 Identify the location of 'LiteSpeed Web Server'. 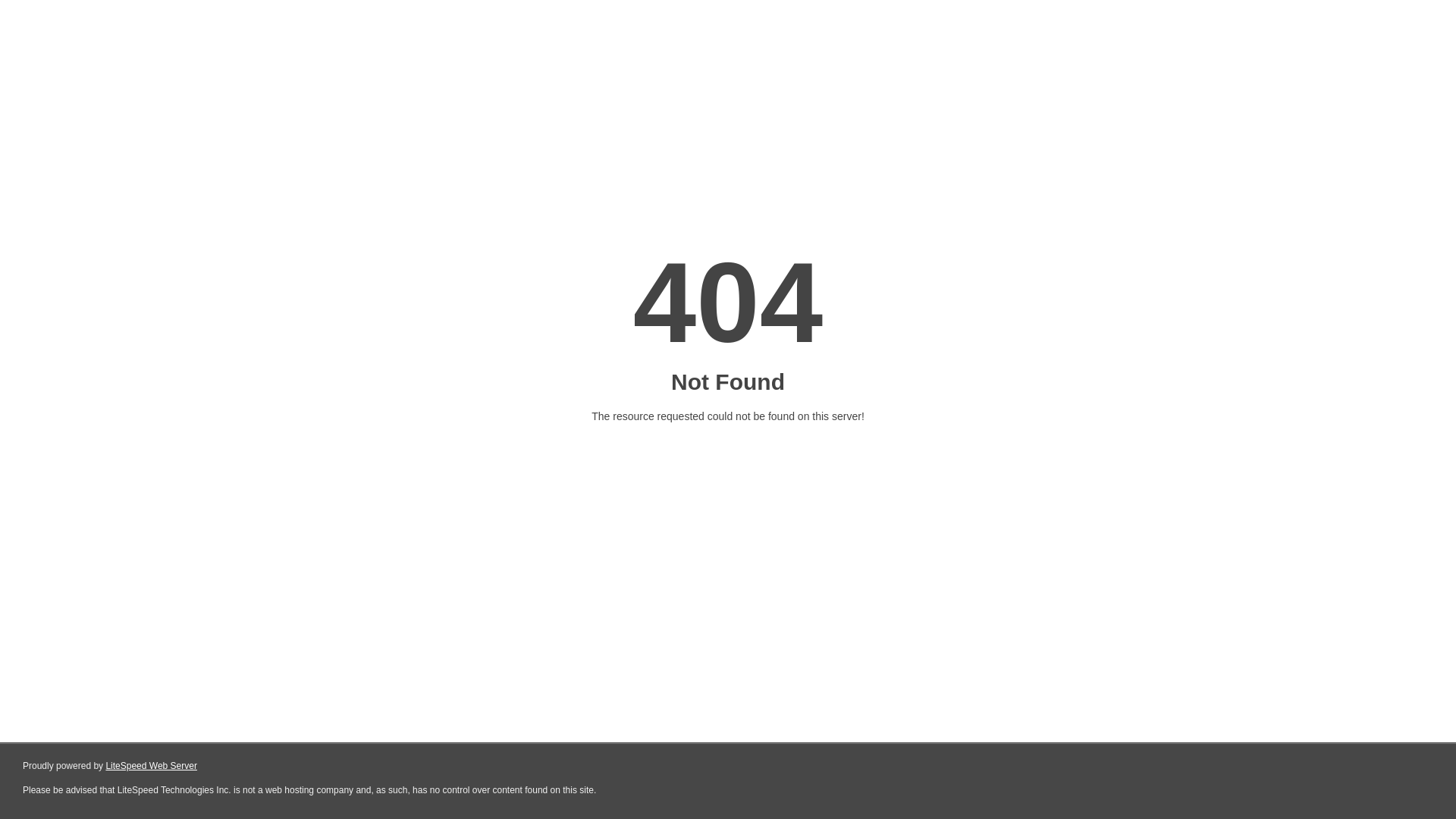
(151, 766).